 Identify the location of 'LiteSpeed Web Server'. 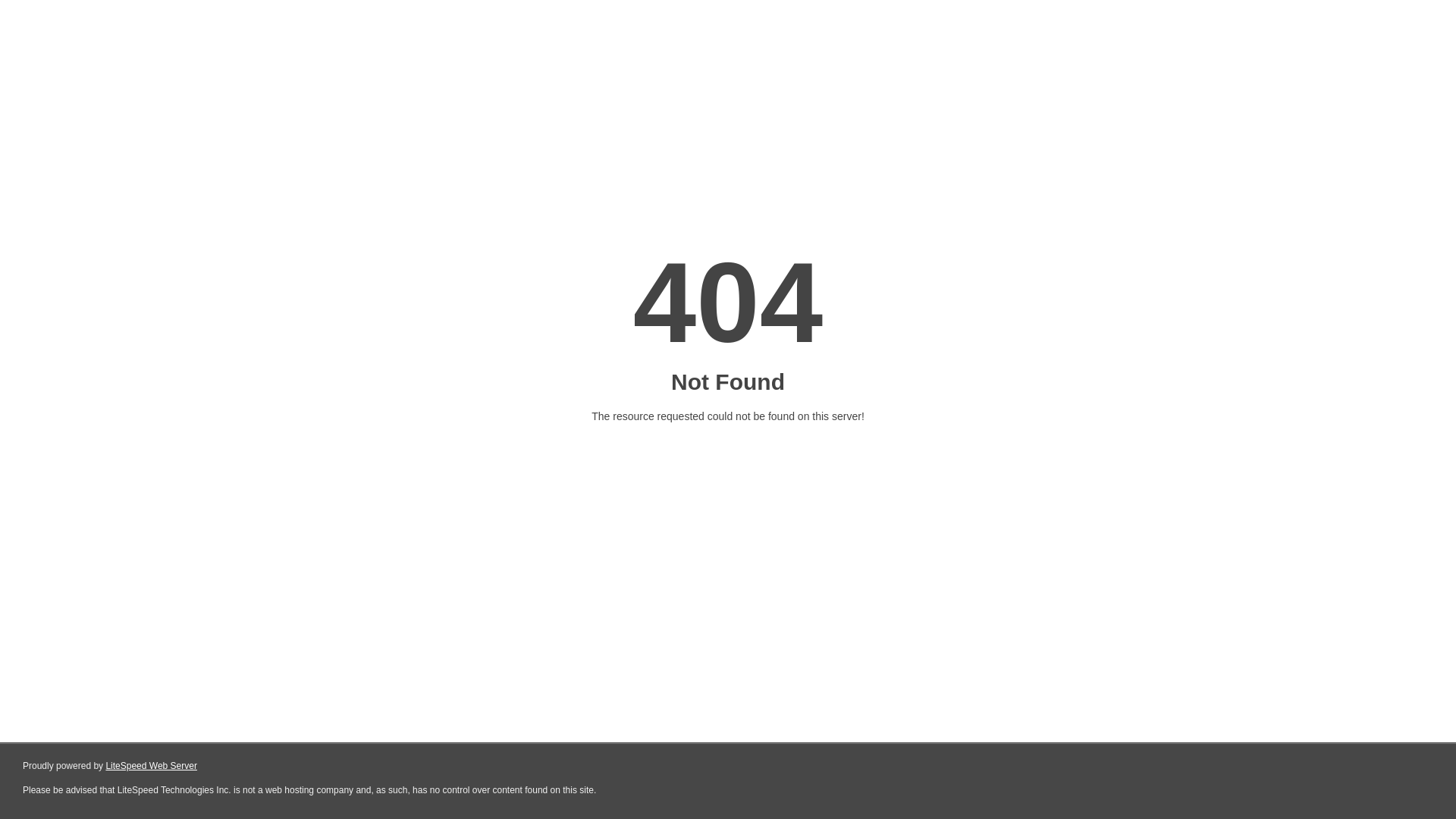
(151, 766).